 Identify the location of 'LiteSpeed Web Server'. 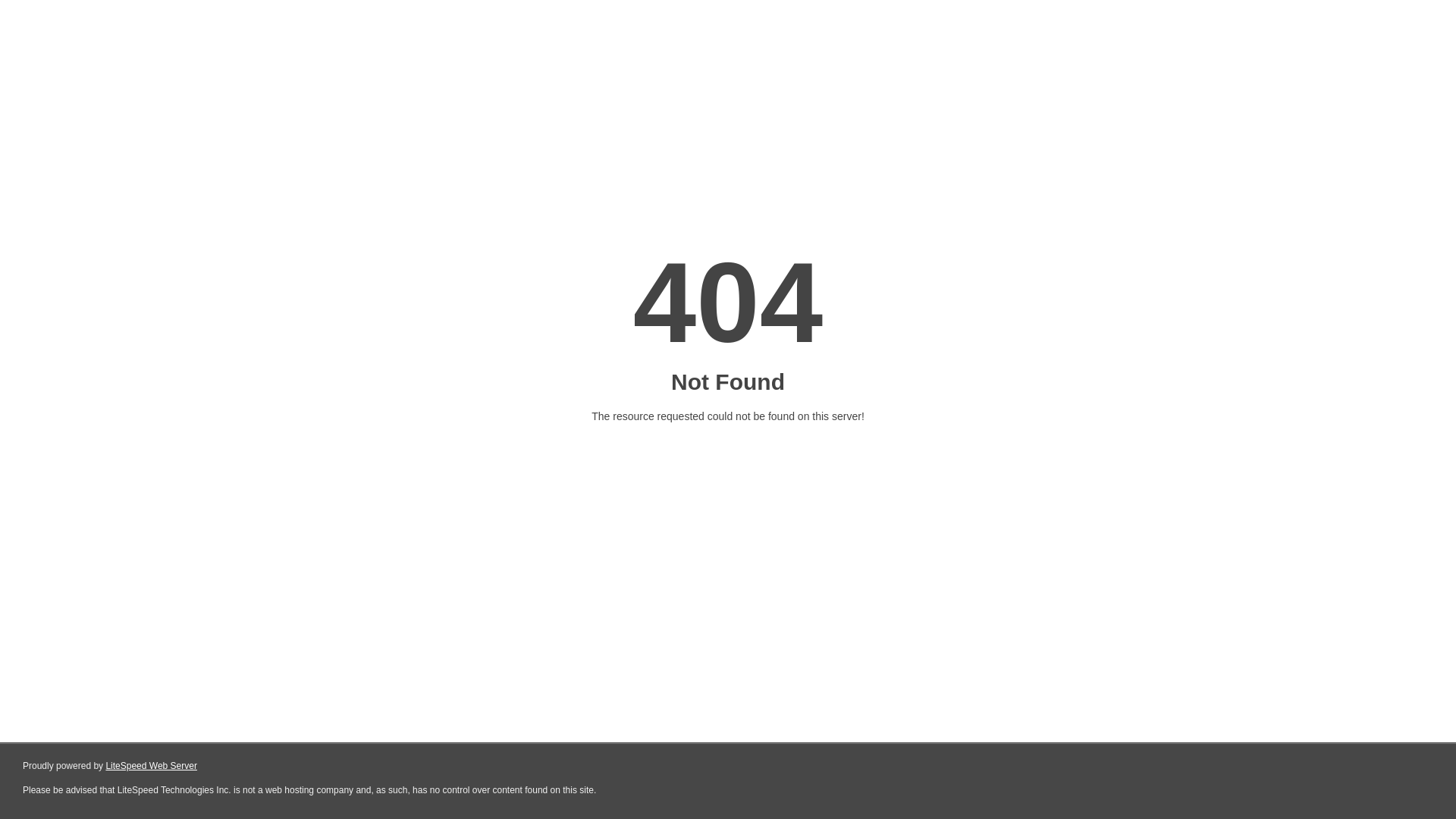
(151, 766).